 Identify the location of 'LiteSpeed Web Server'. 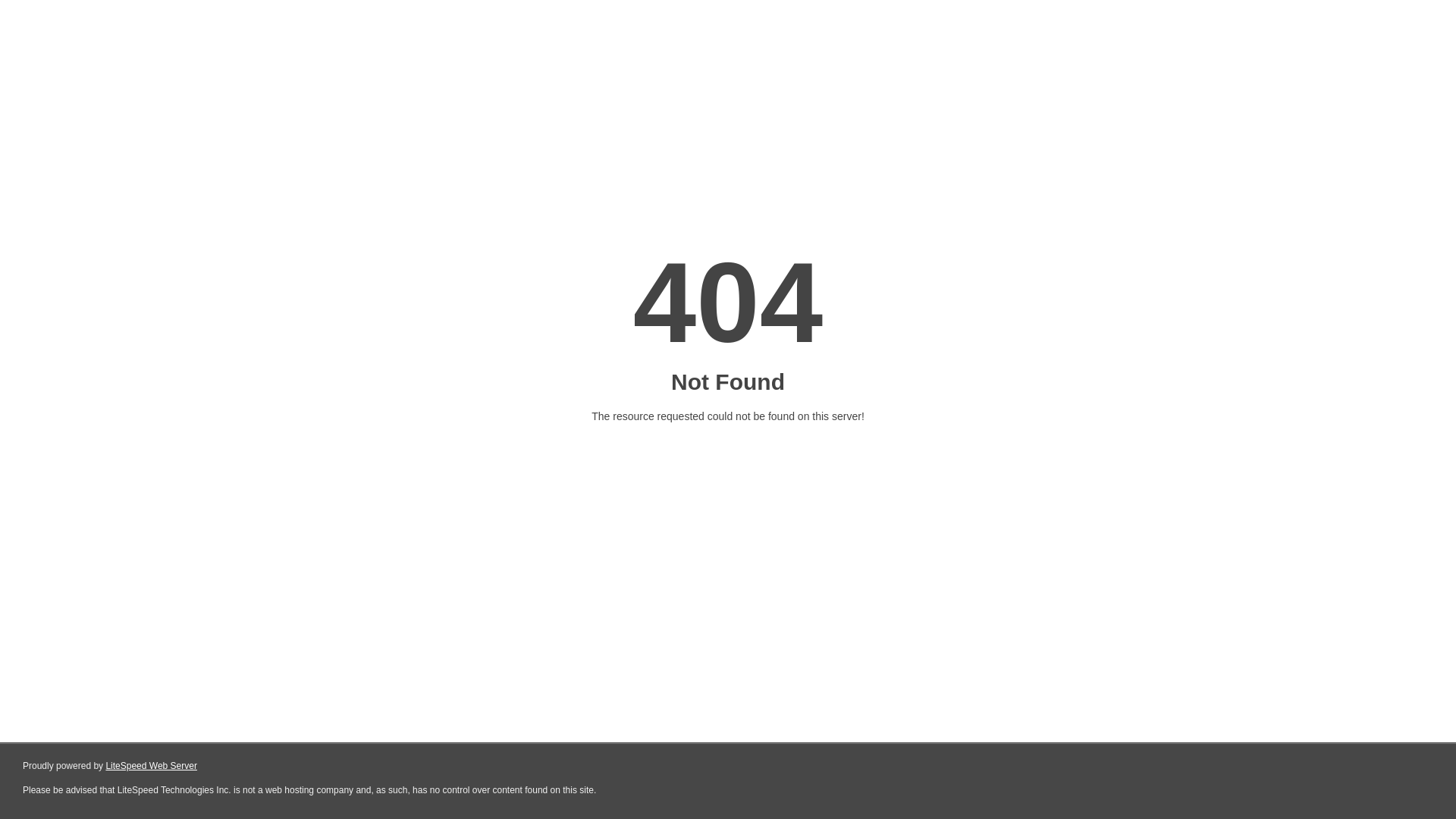
(151, 766).